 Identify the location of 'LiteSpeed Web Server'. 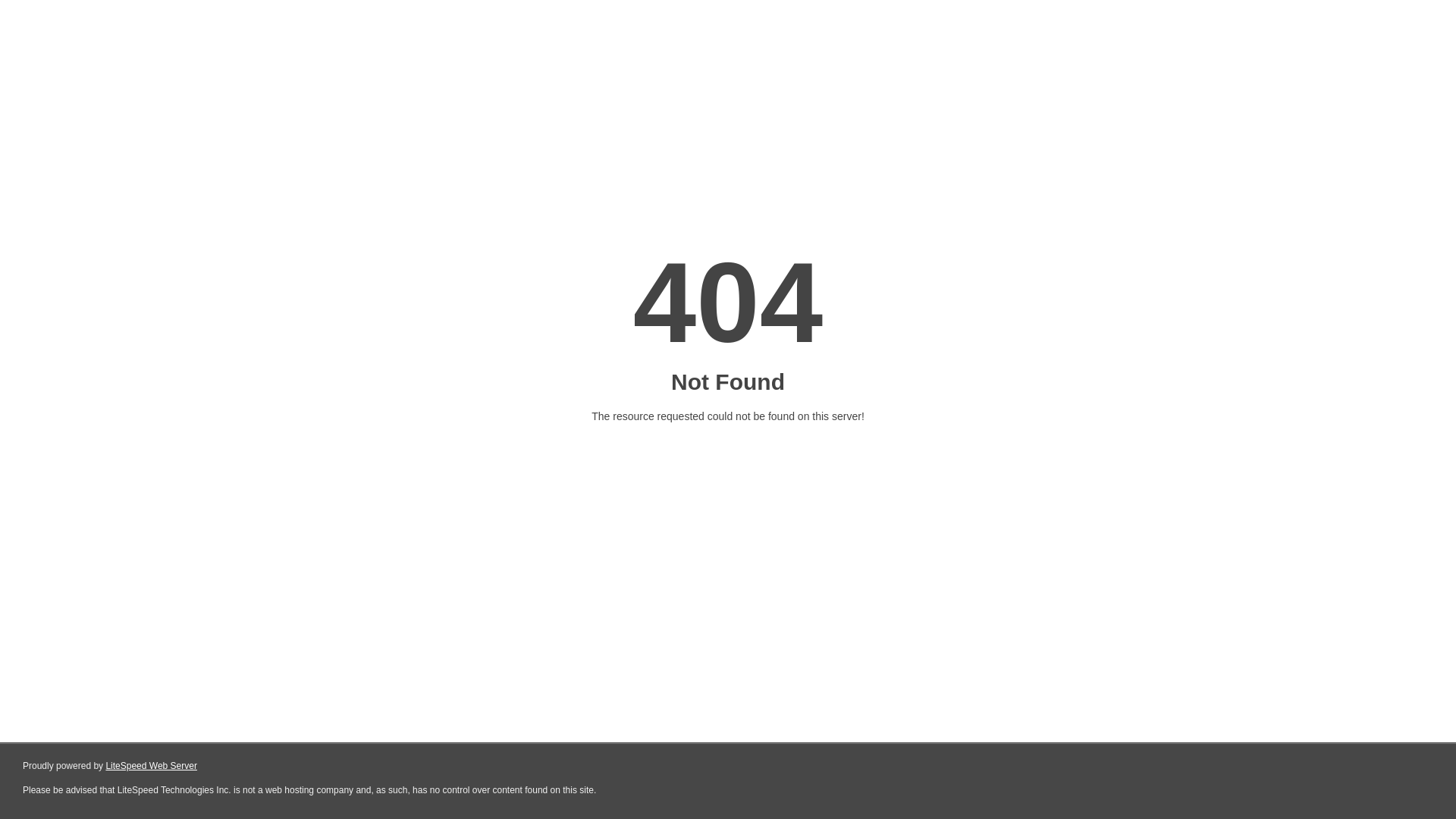
(151, 766).